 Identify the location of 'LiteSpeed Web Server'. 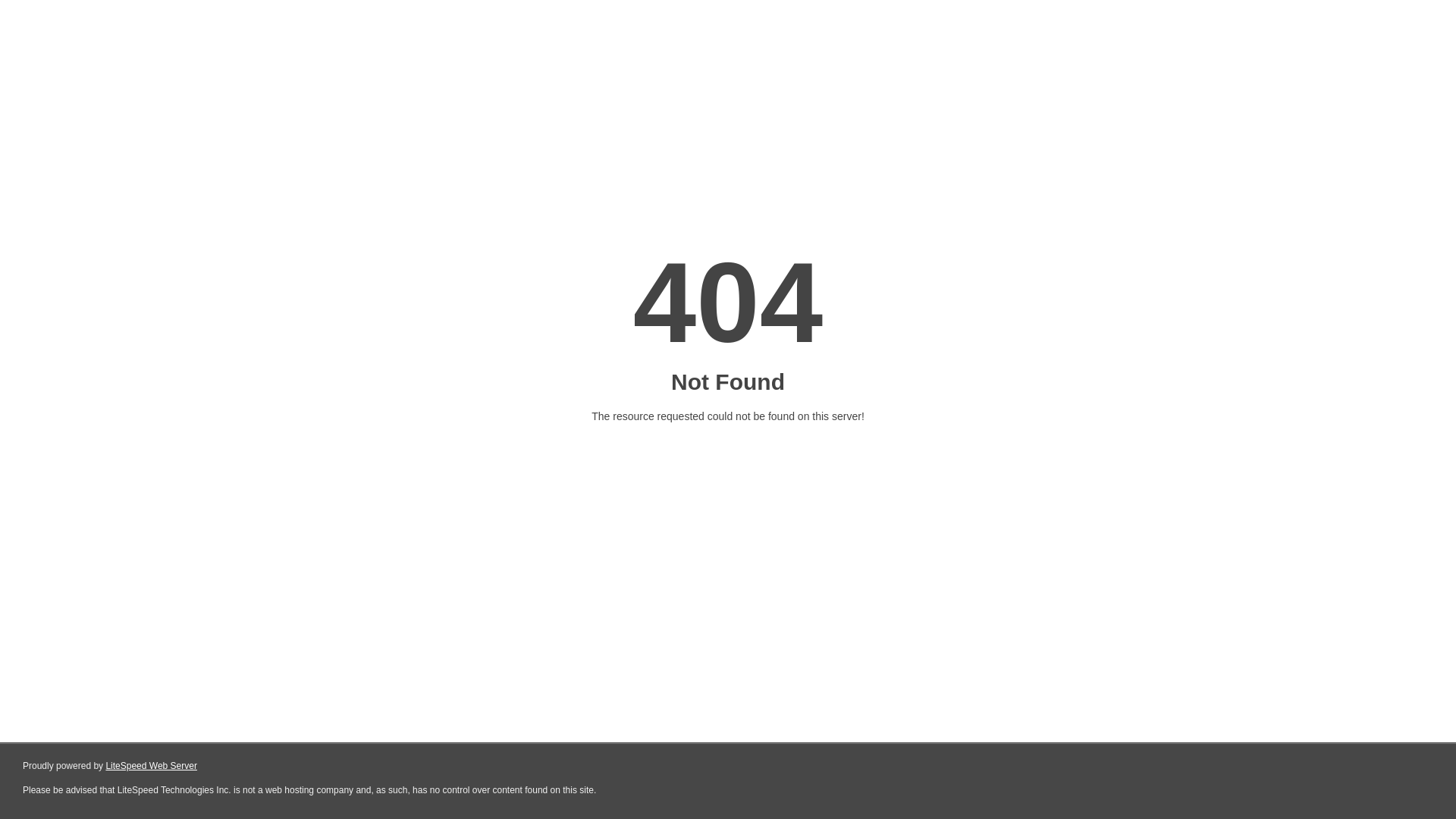
(151, 766).